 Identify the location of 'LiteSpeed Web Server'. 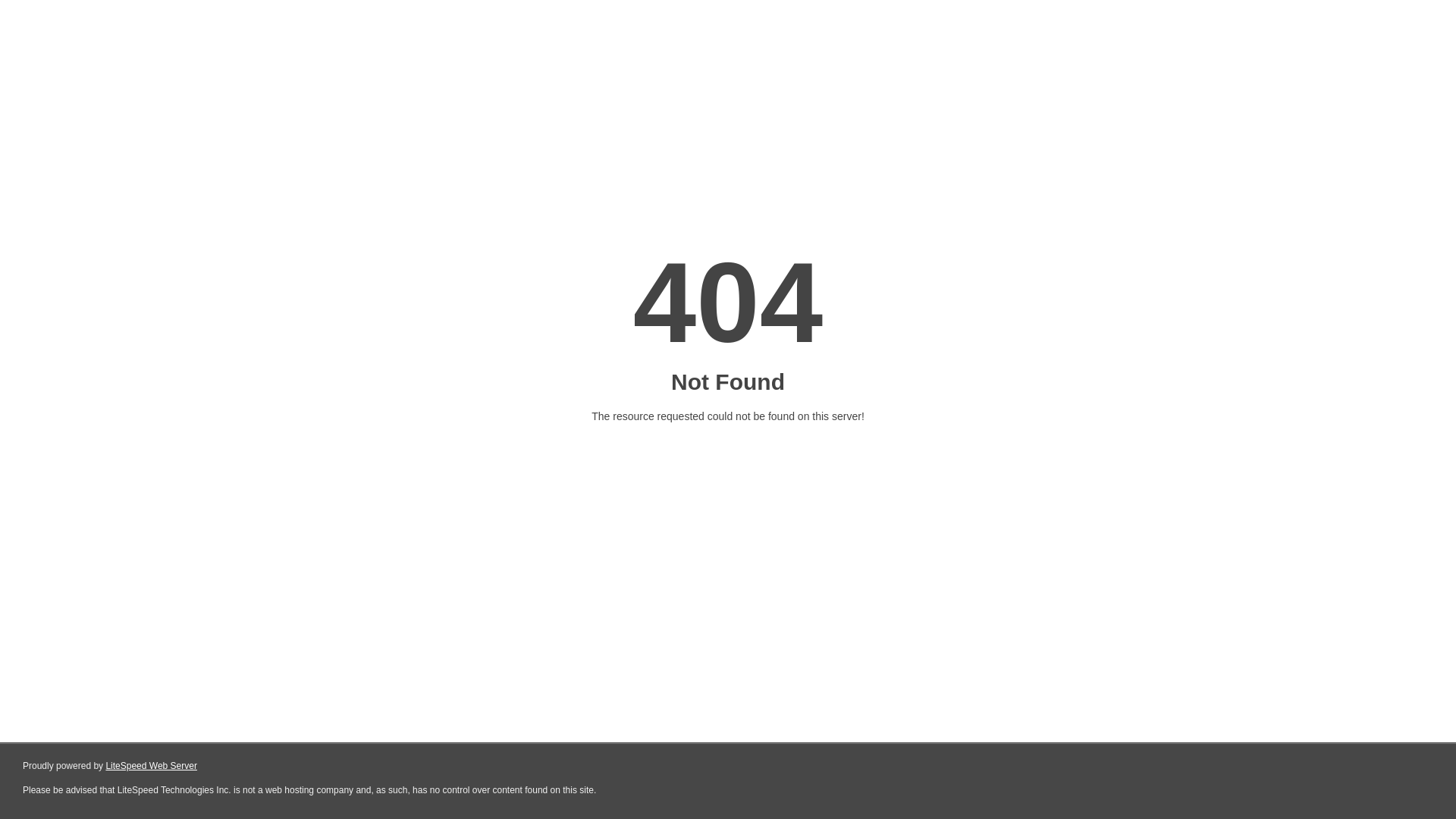
(151, 766).